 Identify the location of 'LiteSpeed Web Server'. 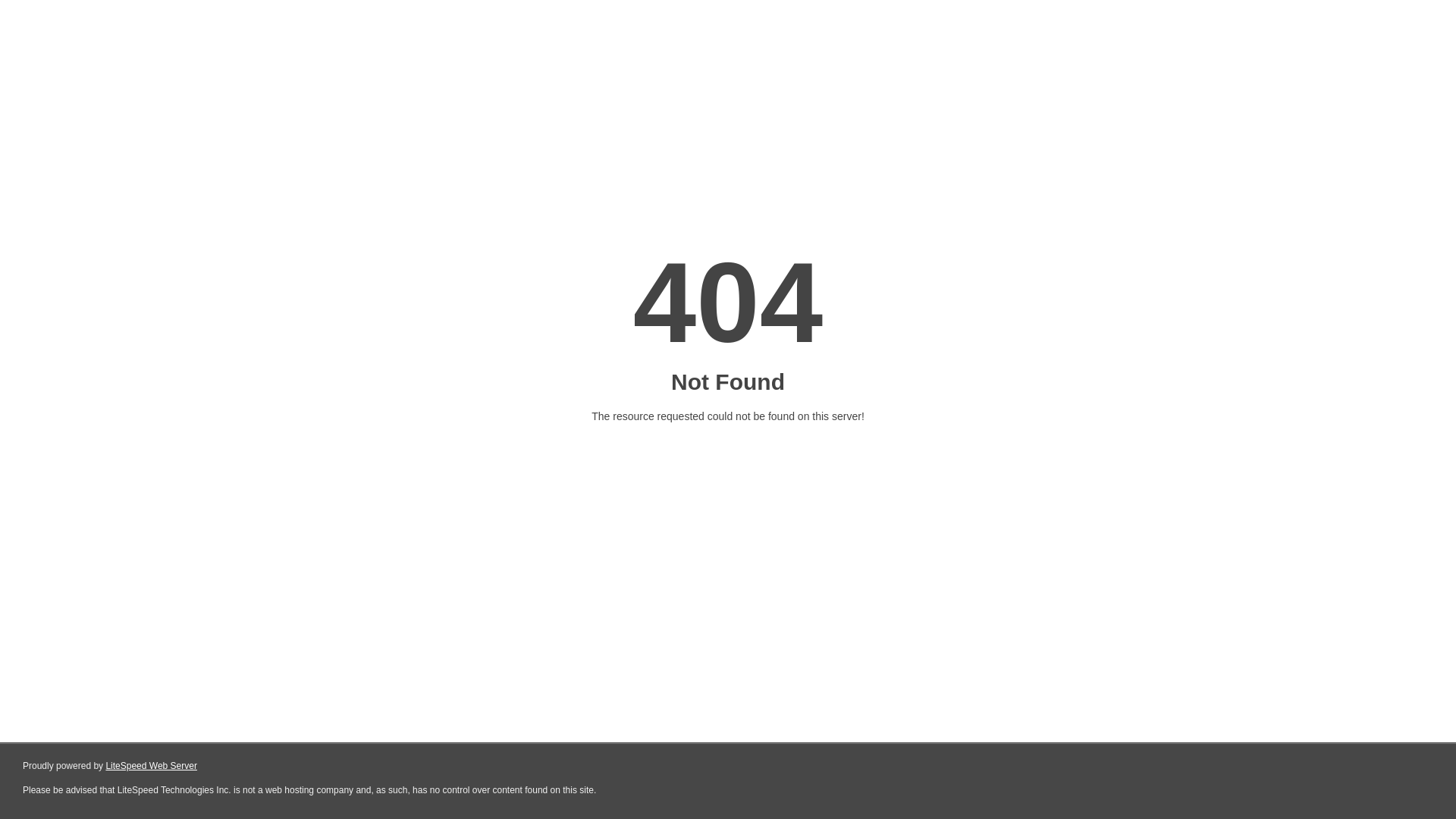
(151, 766).